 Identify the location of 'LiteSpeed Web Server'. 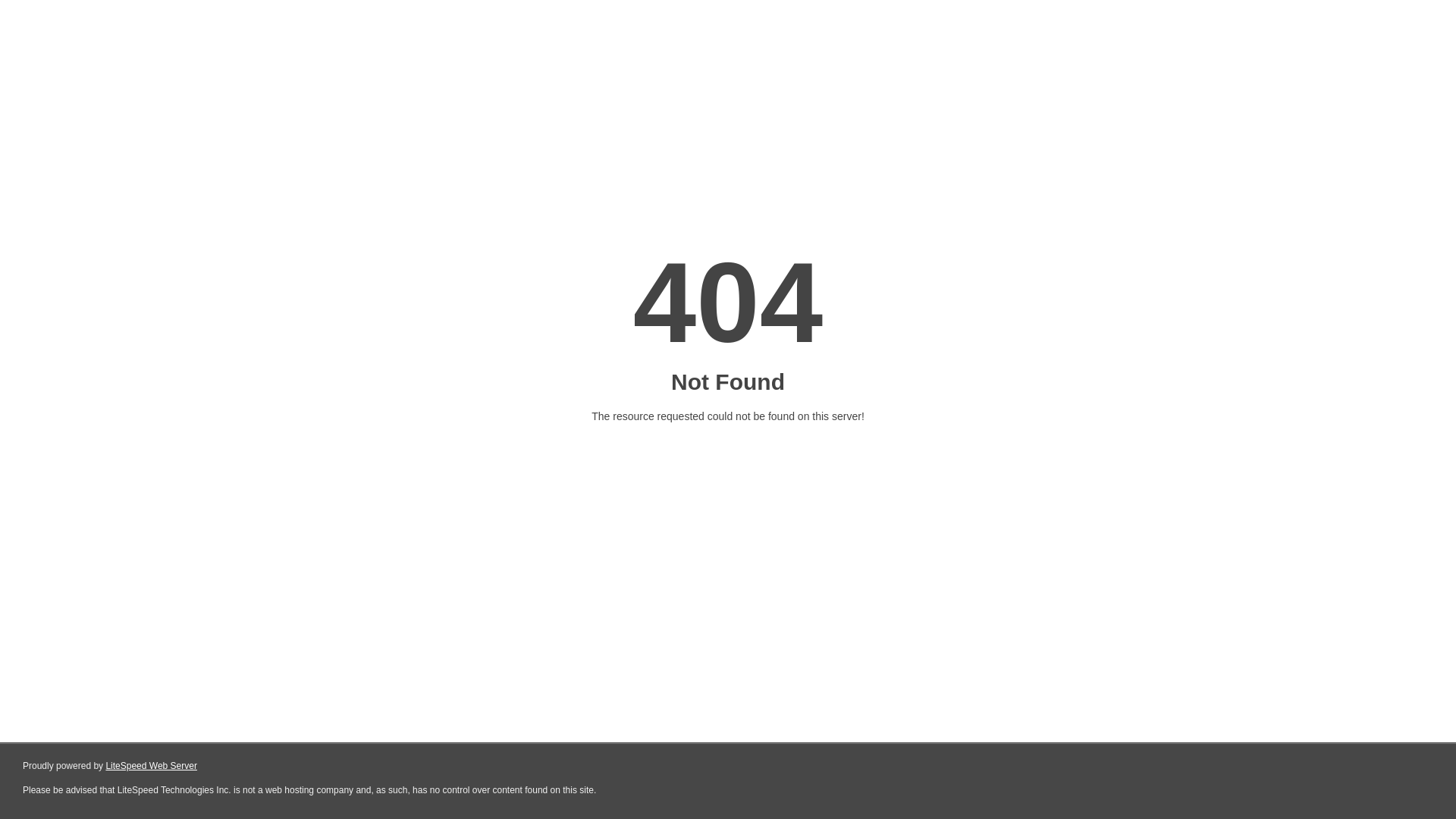
(151, 766).